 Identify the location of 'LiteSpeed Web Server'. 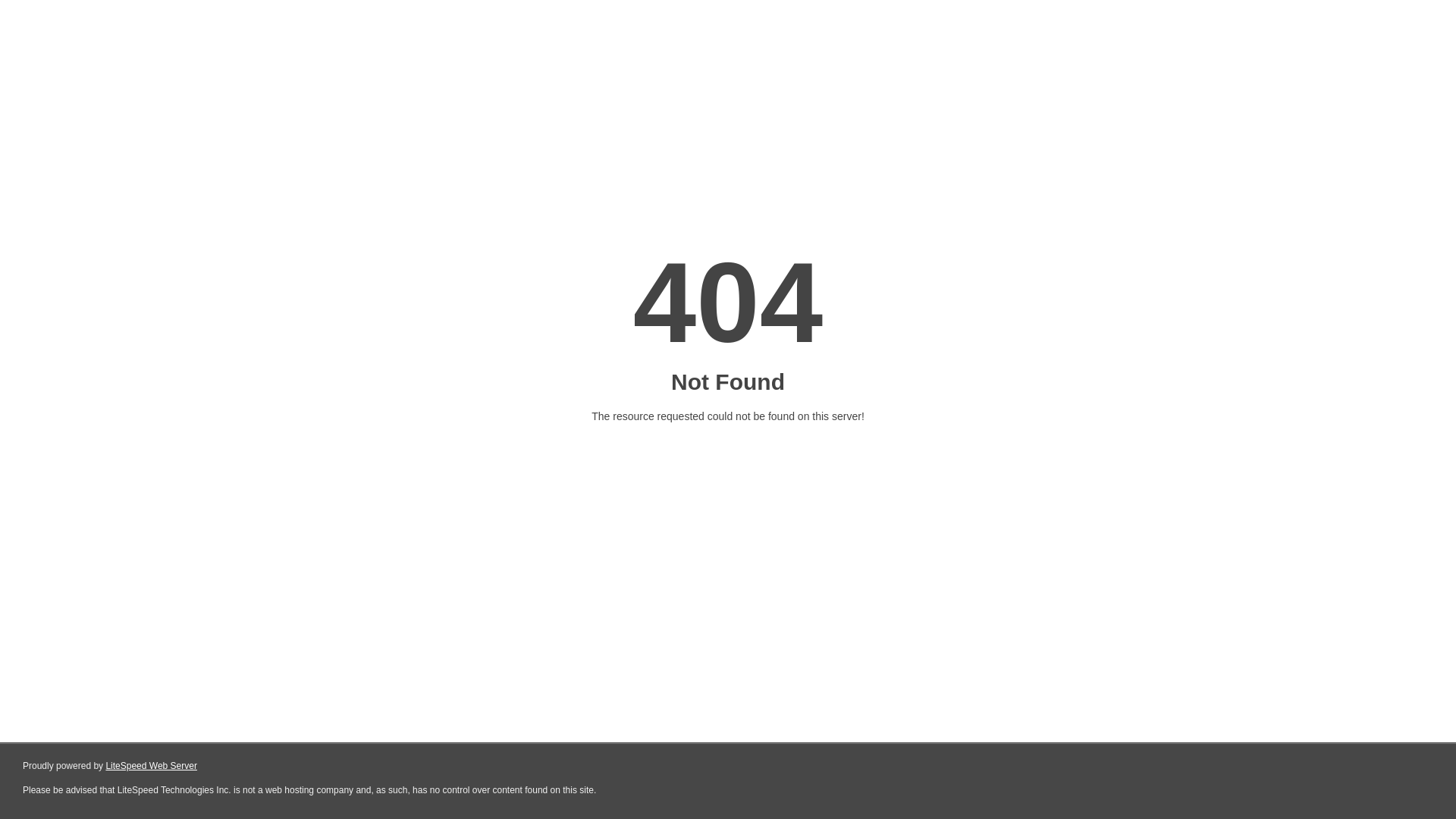
(151, 766).